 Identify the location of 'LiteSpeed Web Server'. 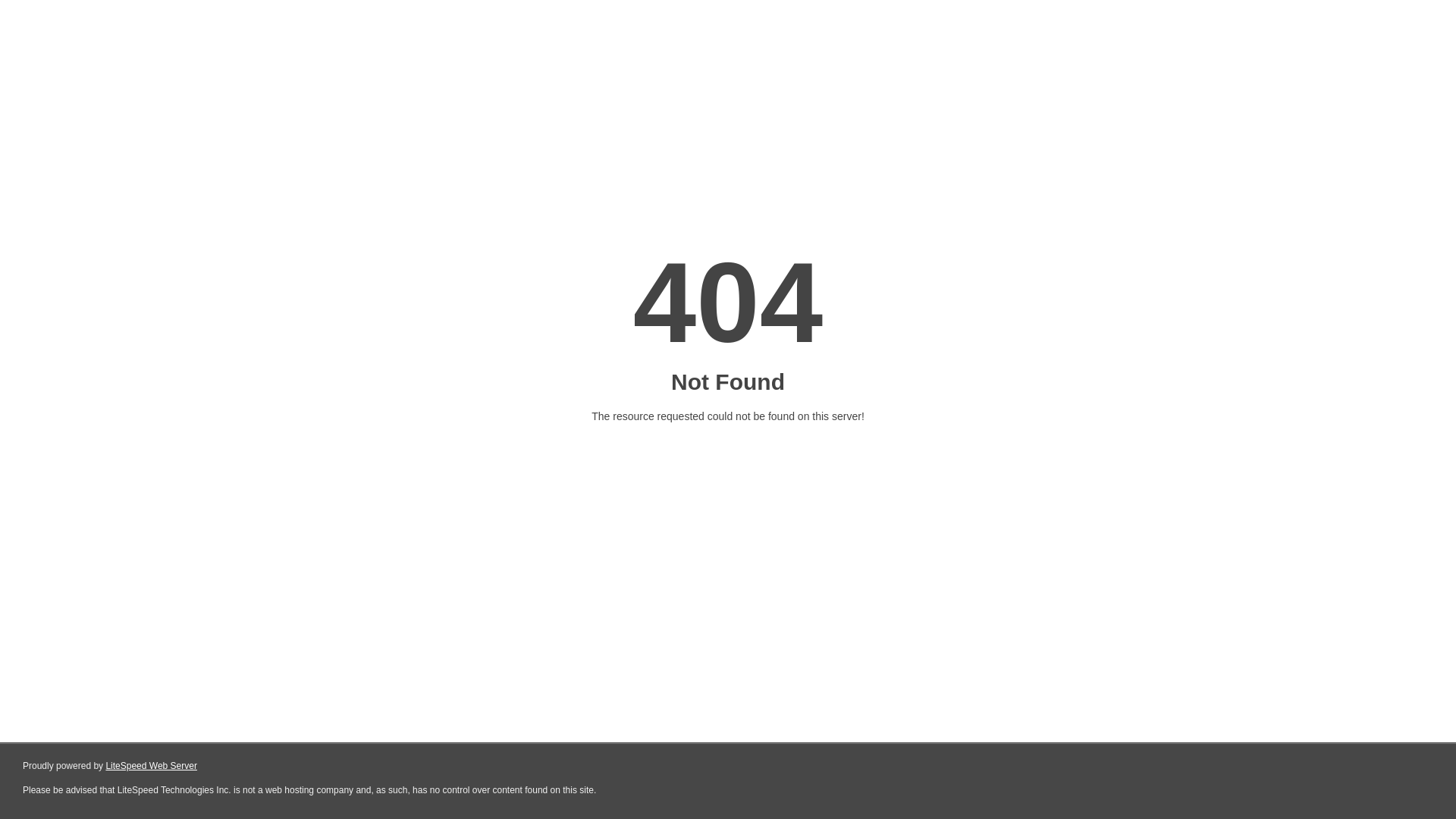
(151, 766).